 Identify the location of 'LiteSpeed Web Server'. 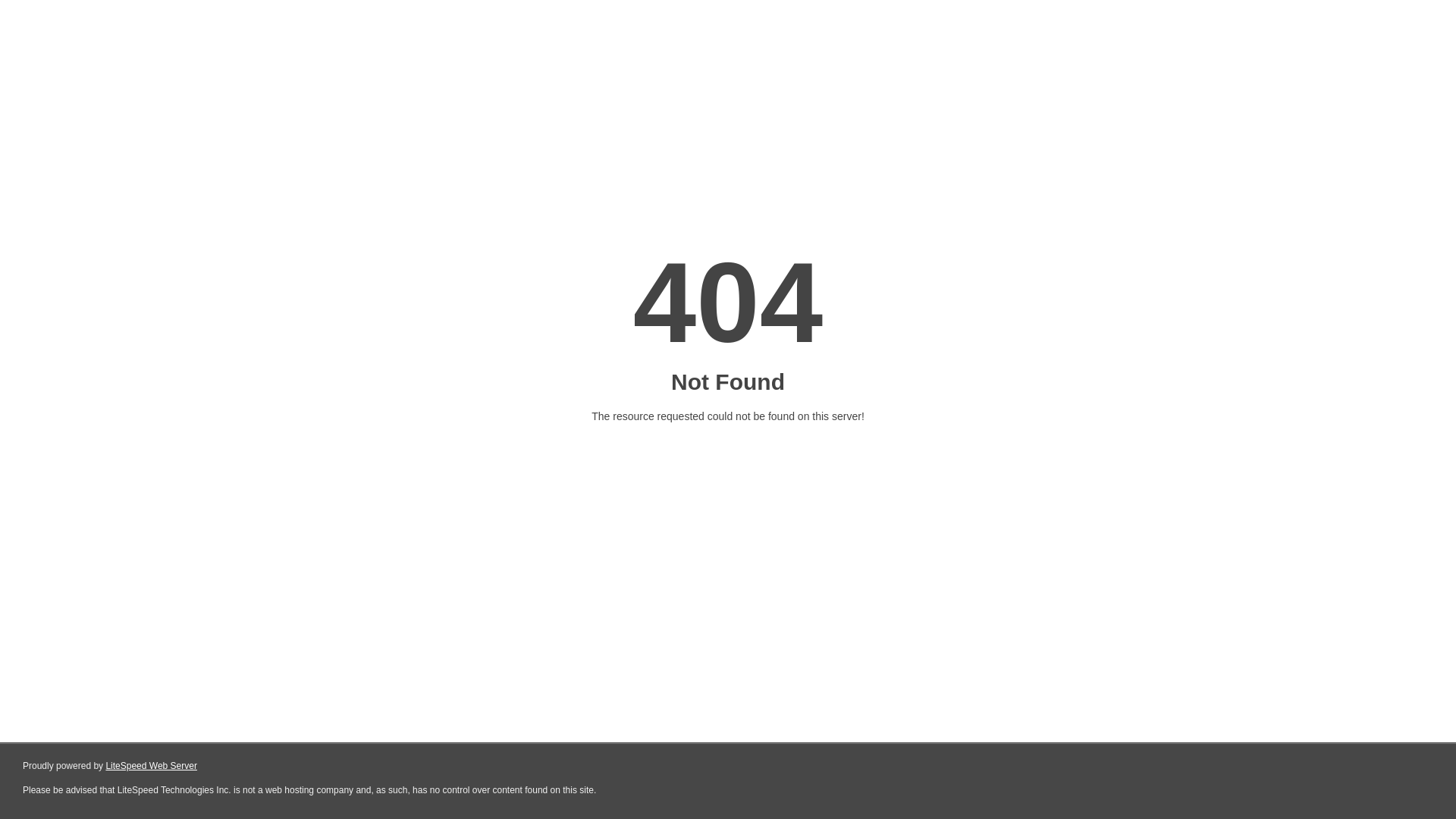
(151, 766).